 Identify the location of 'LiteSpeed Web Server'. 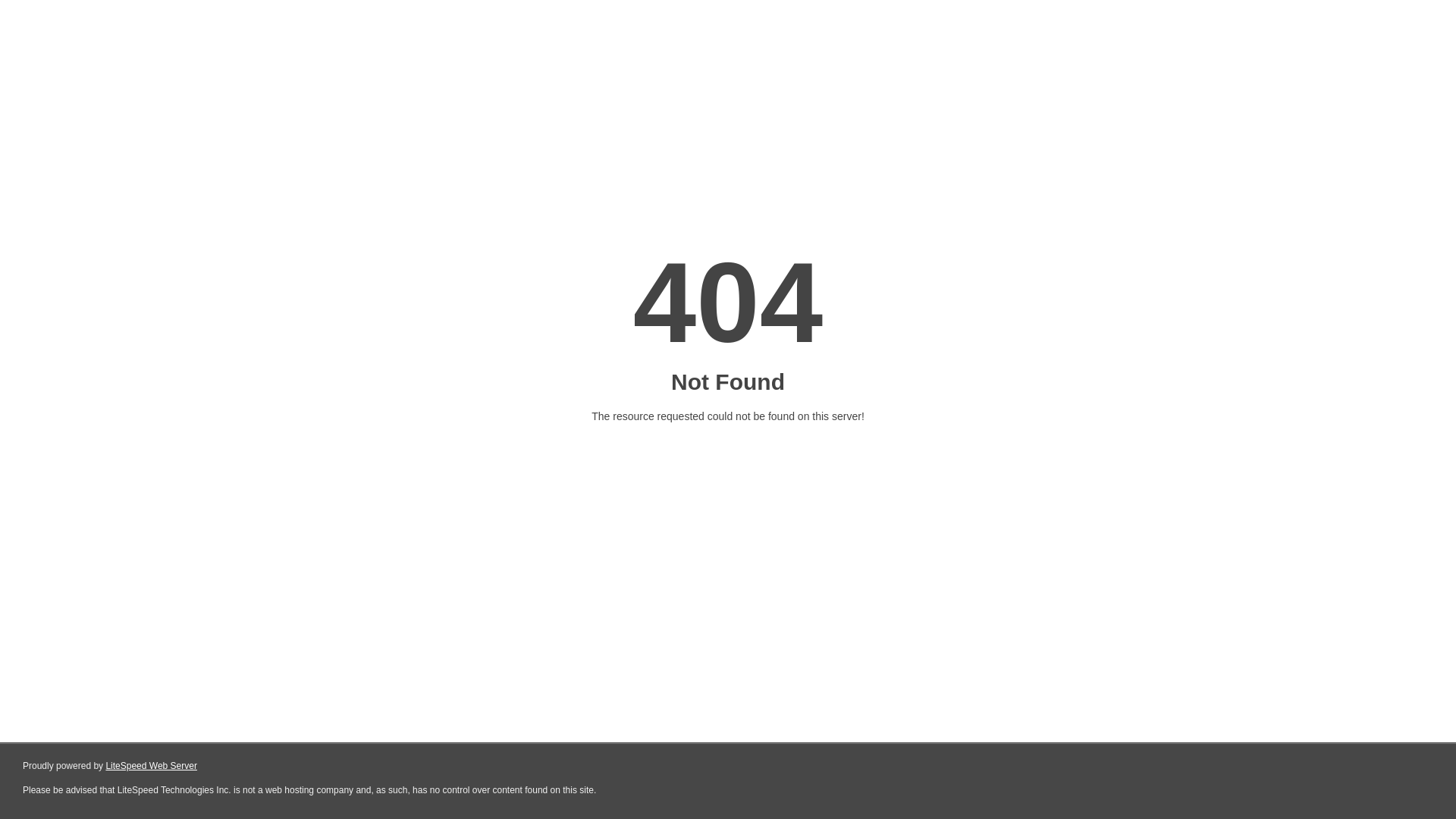
(151, 766).